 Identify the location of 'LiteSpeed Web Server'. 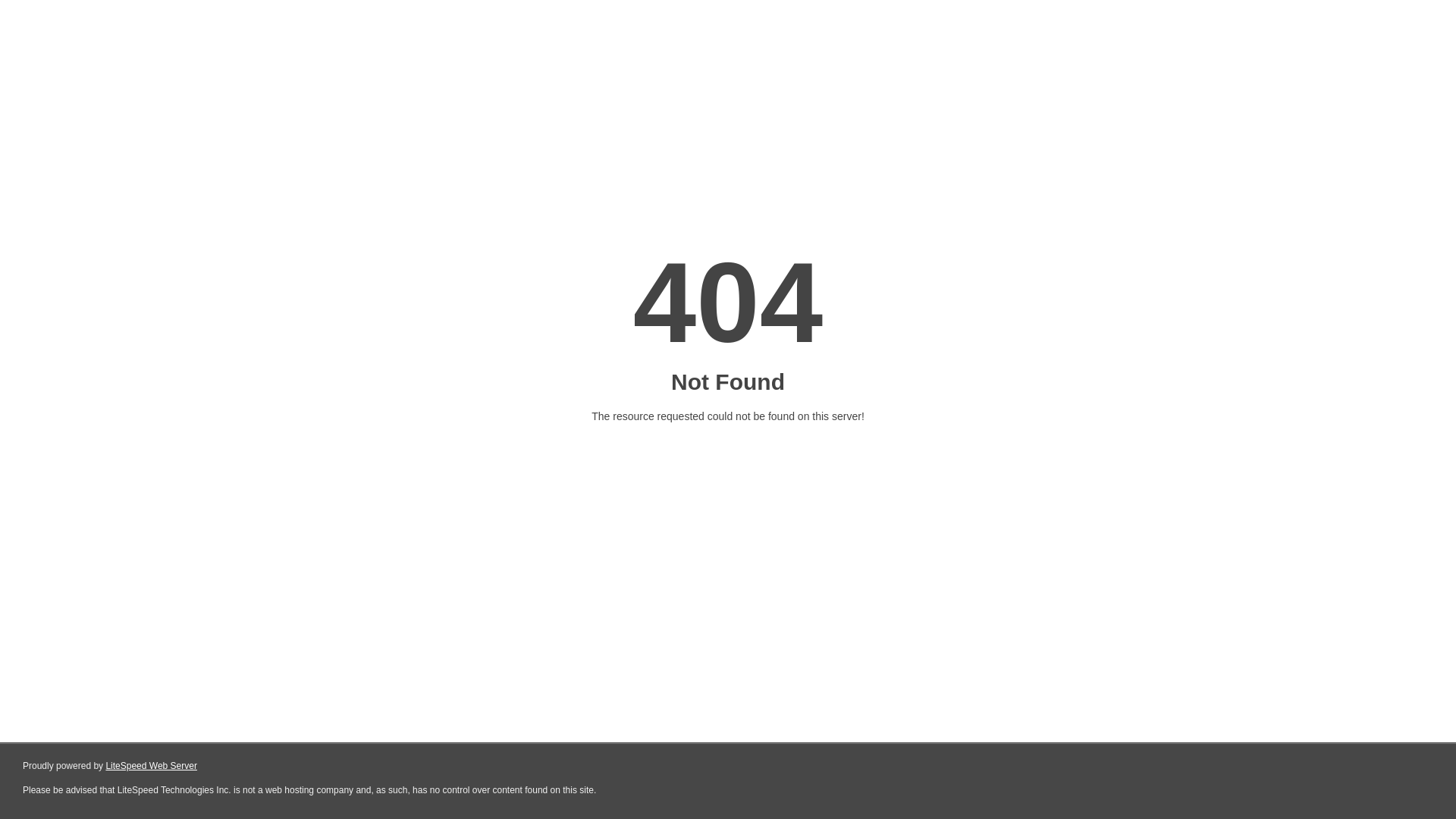
(151, 766).